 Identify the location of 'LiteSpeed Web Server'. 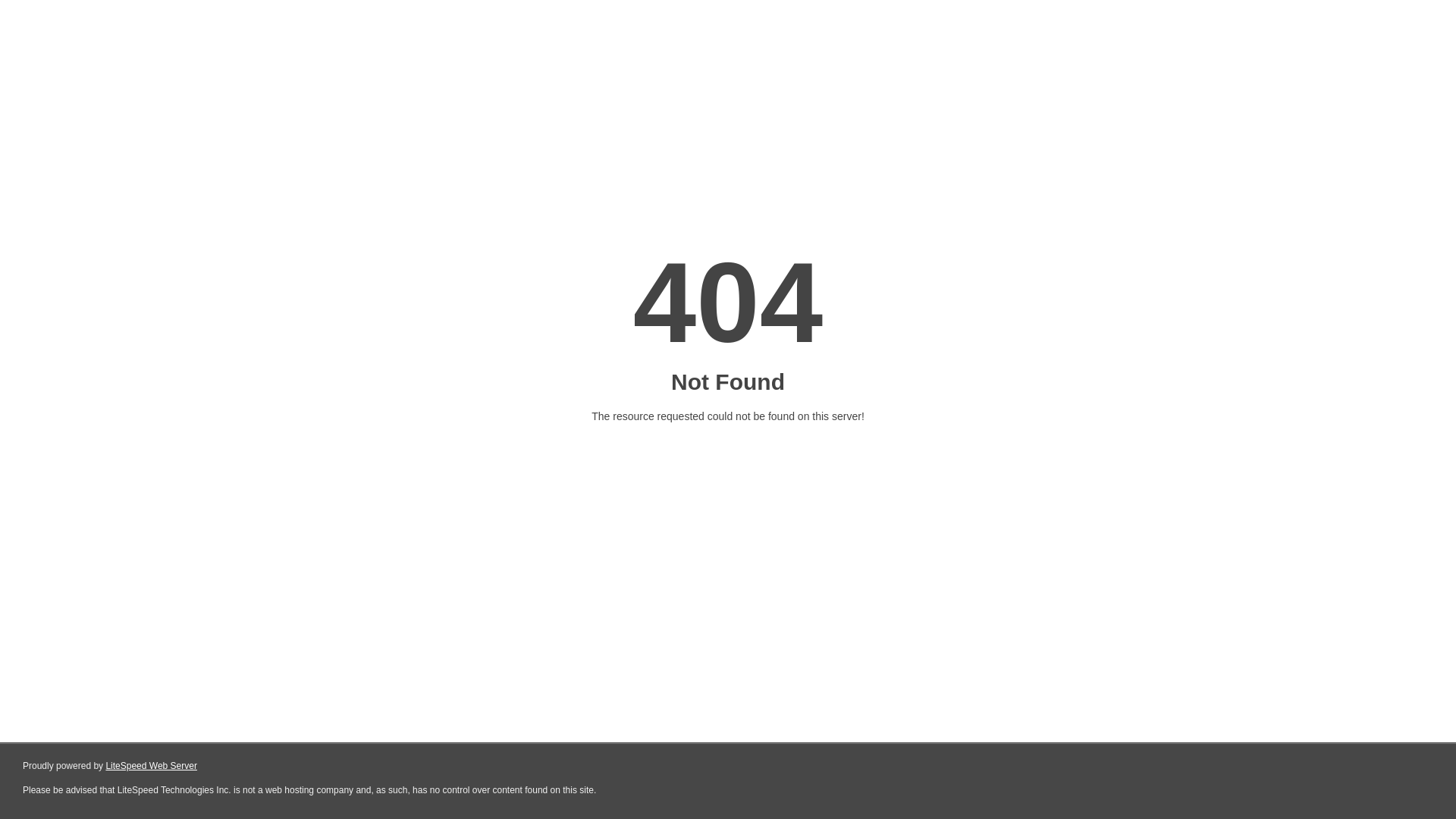
(151, 766).